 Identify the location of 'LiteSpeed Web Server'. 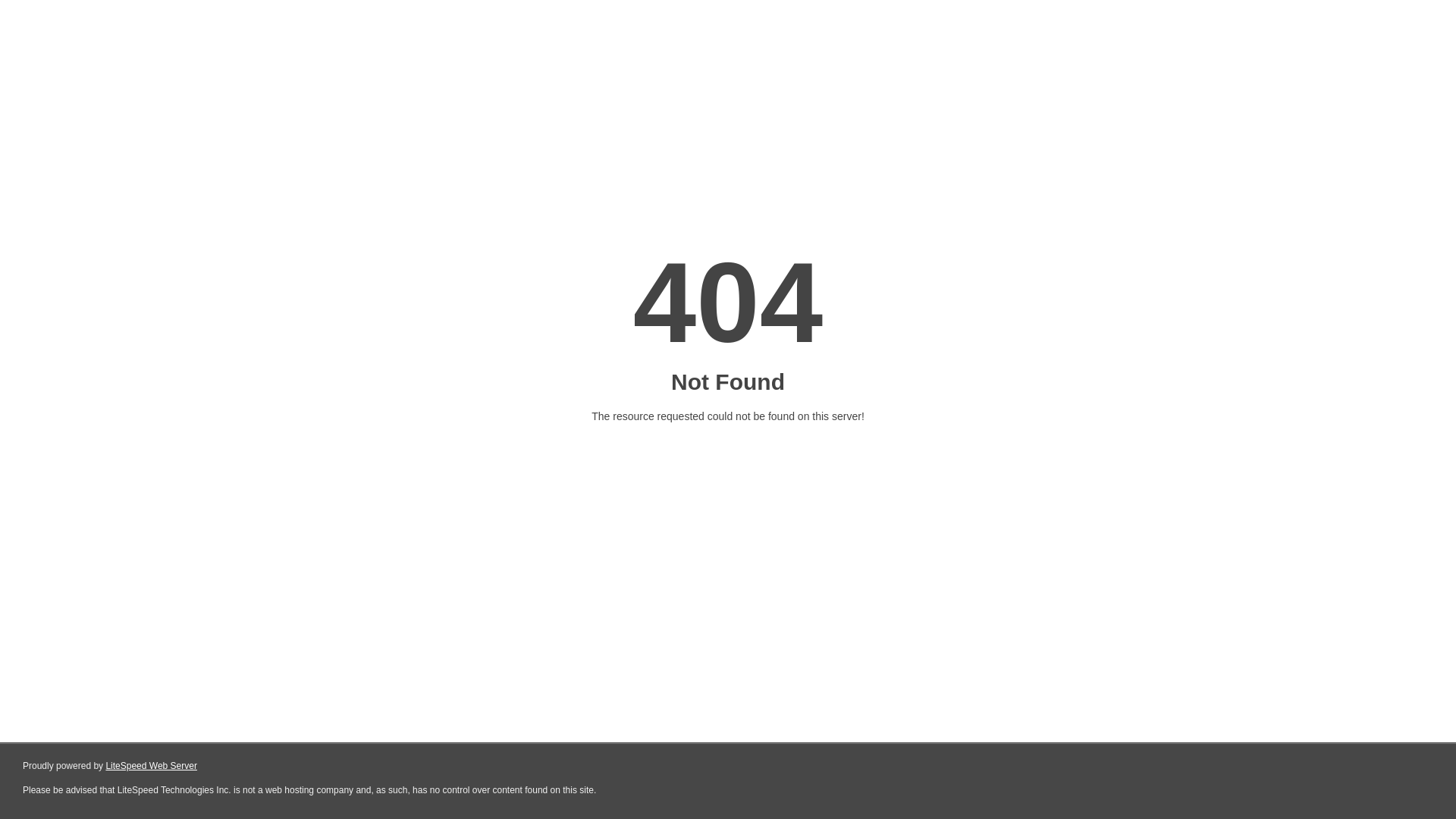
(151, 766).